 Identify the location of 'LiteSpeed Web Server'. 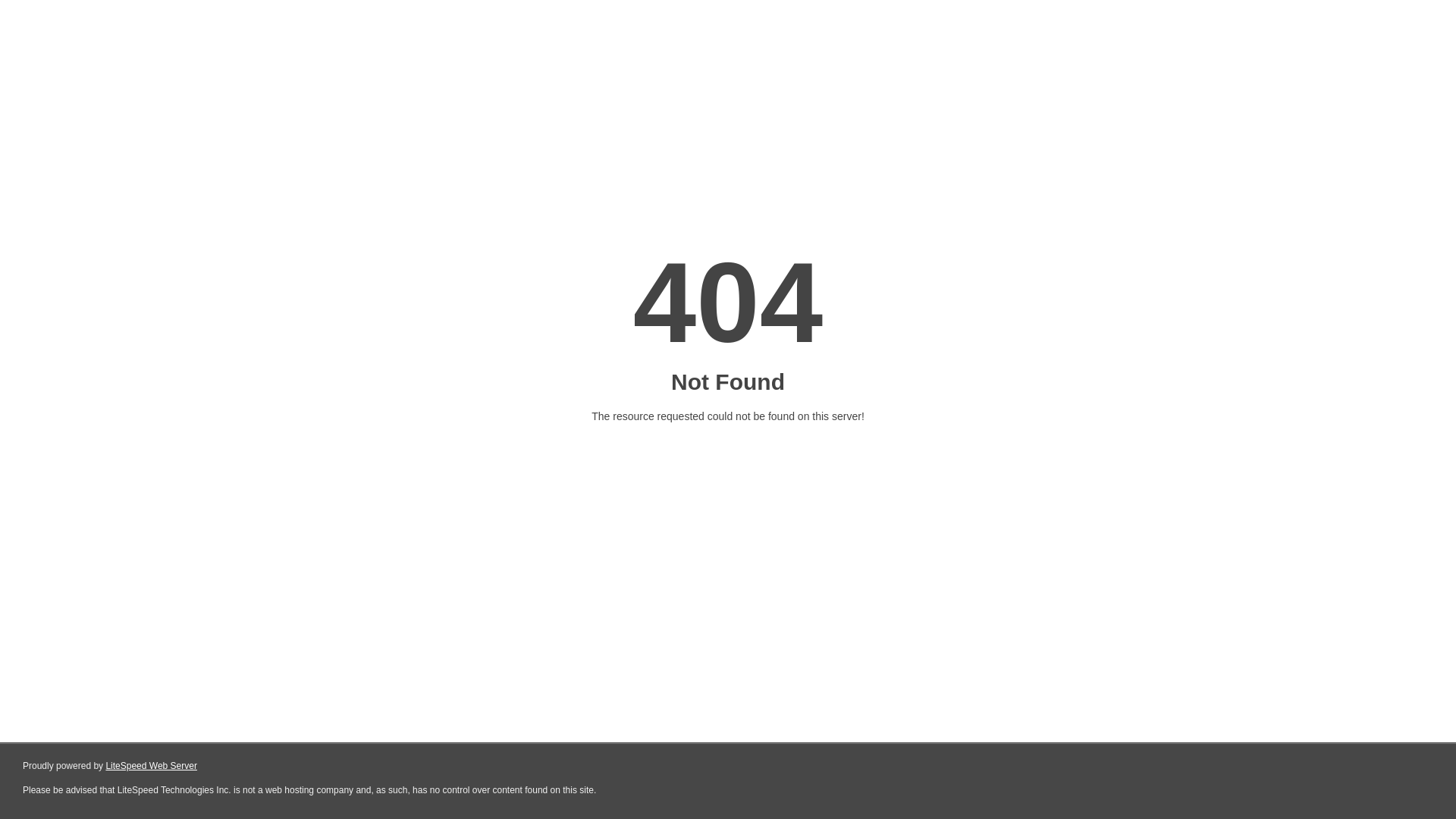
(151, 766).